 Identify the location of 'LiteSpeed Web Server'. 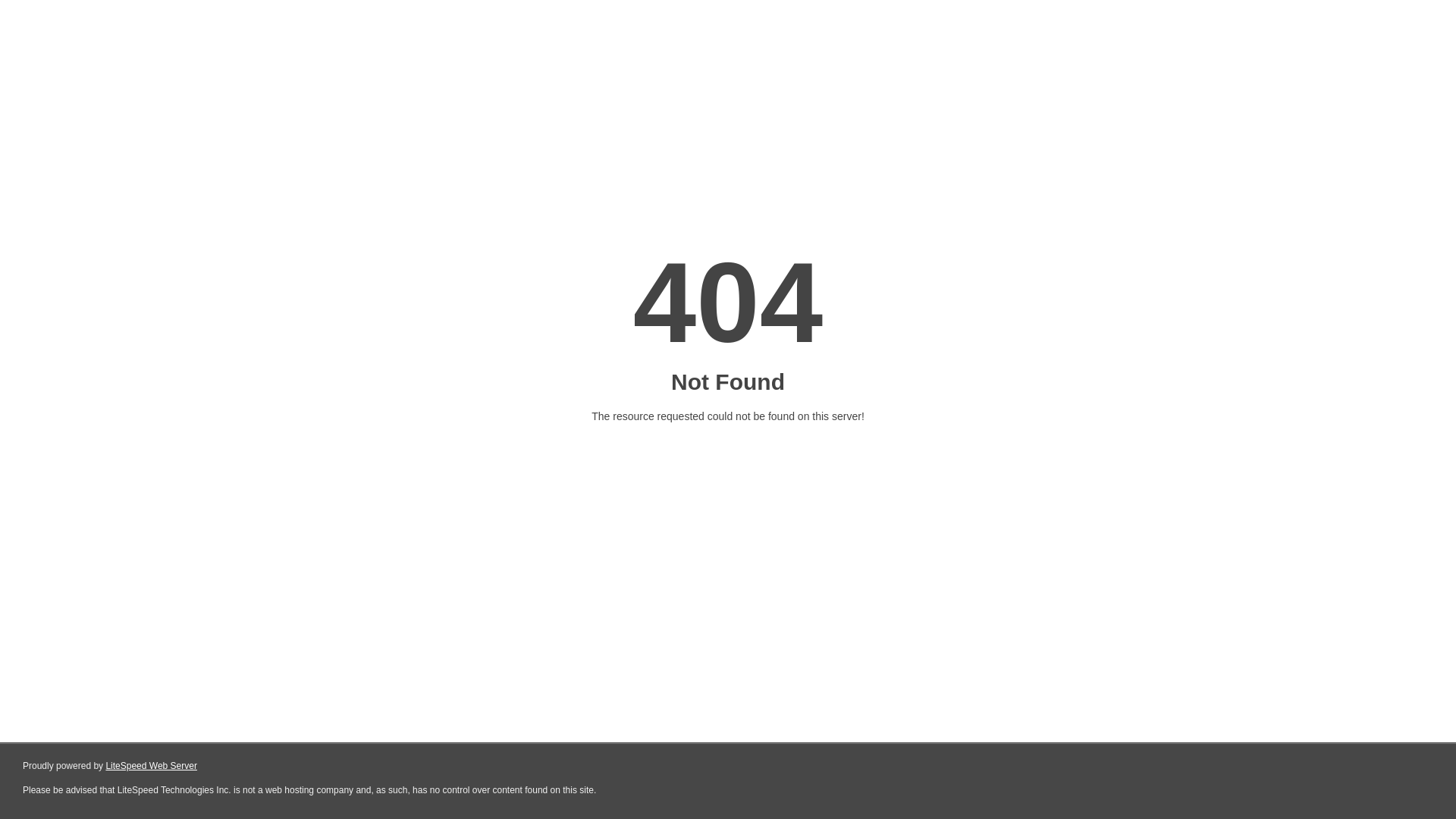
(151, 766).